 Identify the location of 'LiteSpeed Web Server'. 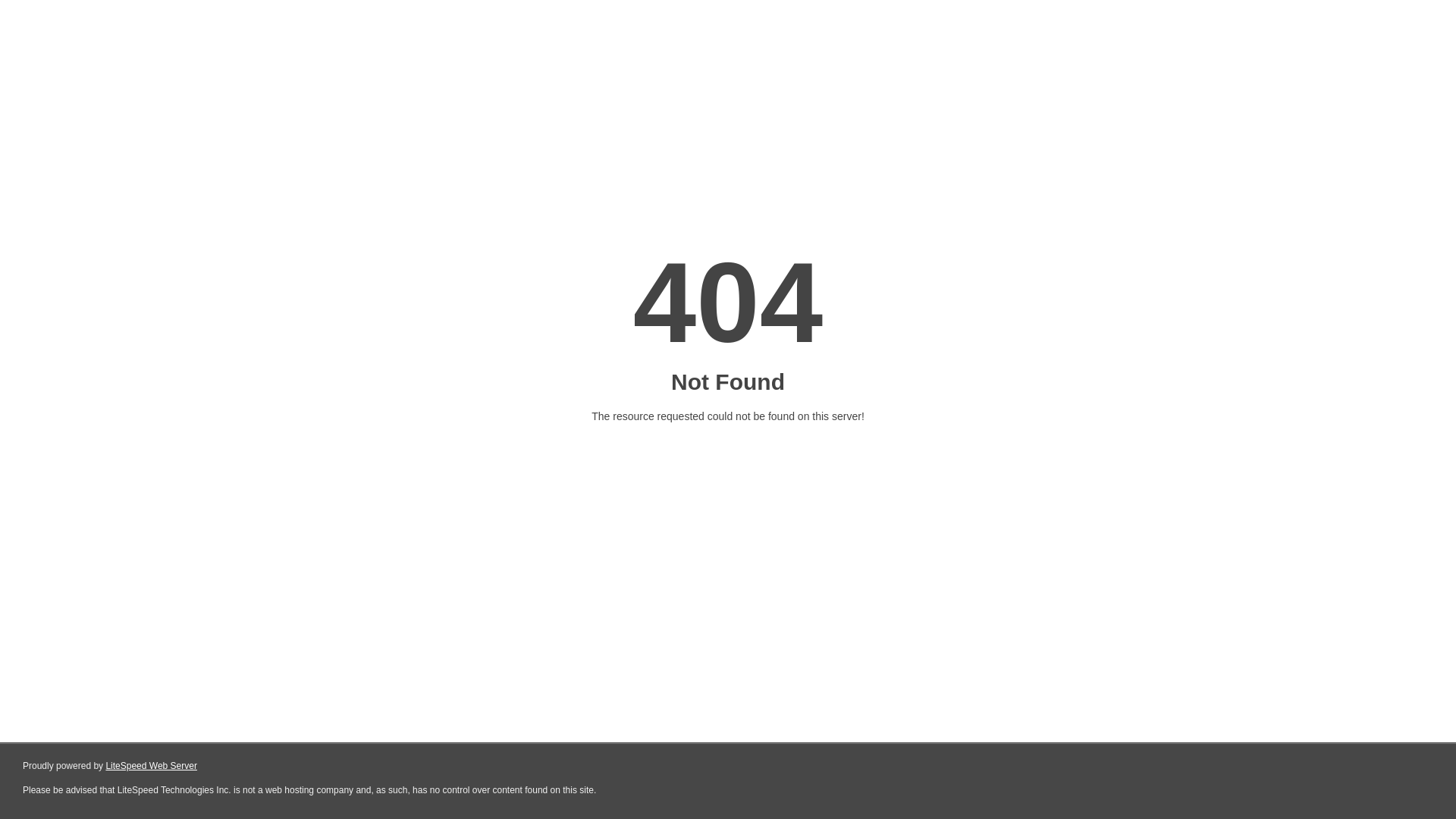
(151, 766).